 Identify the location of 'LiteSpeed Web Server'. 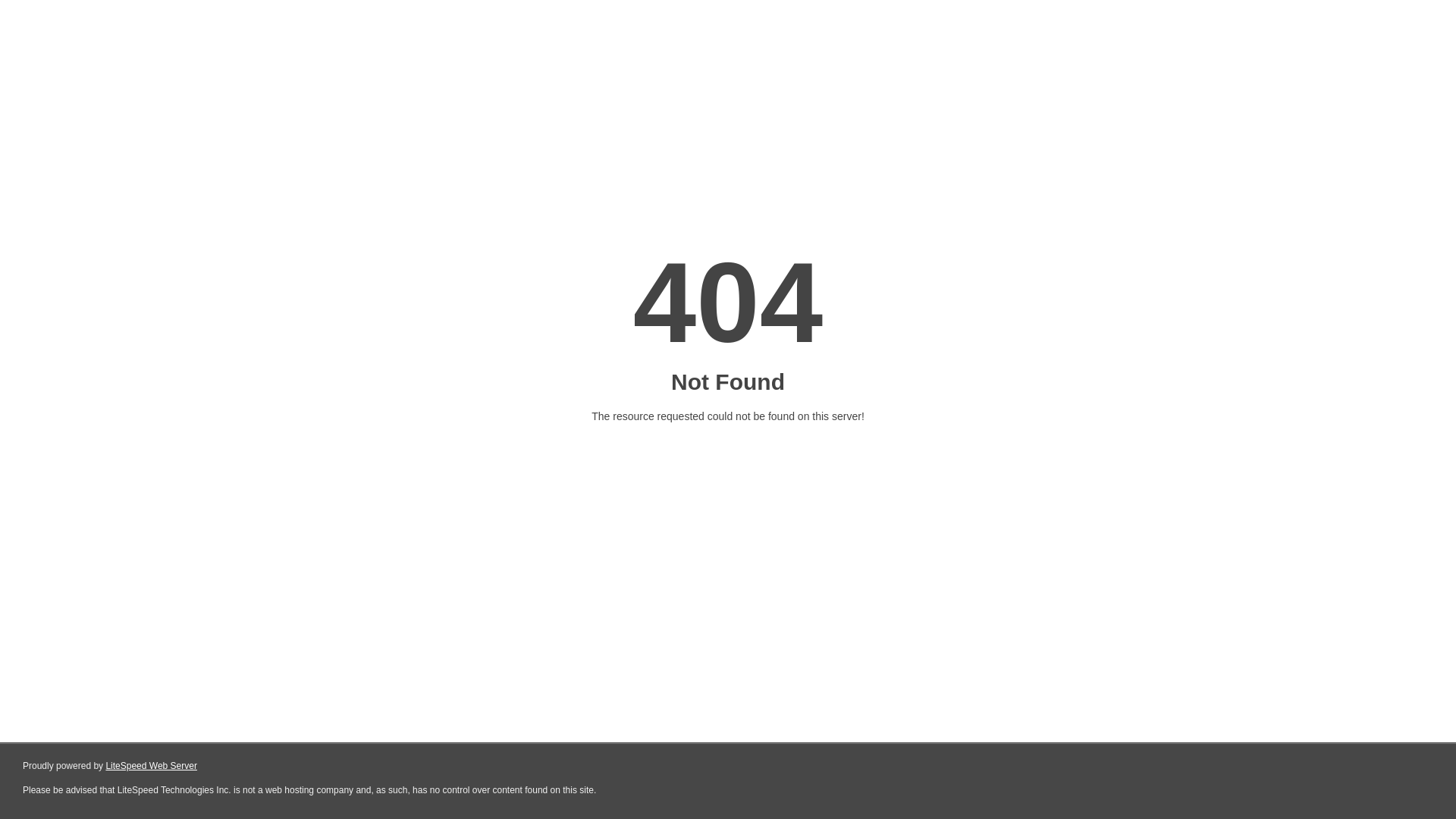
(151, 766).